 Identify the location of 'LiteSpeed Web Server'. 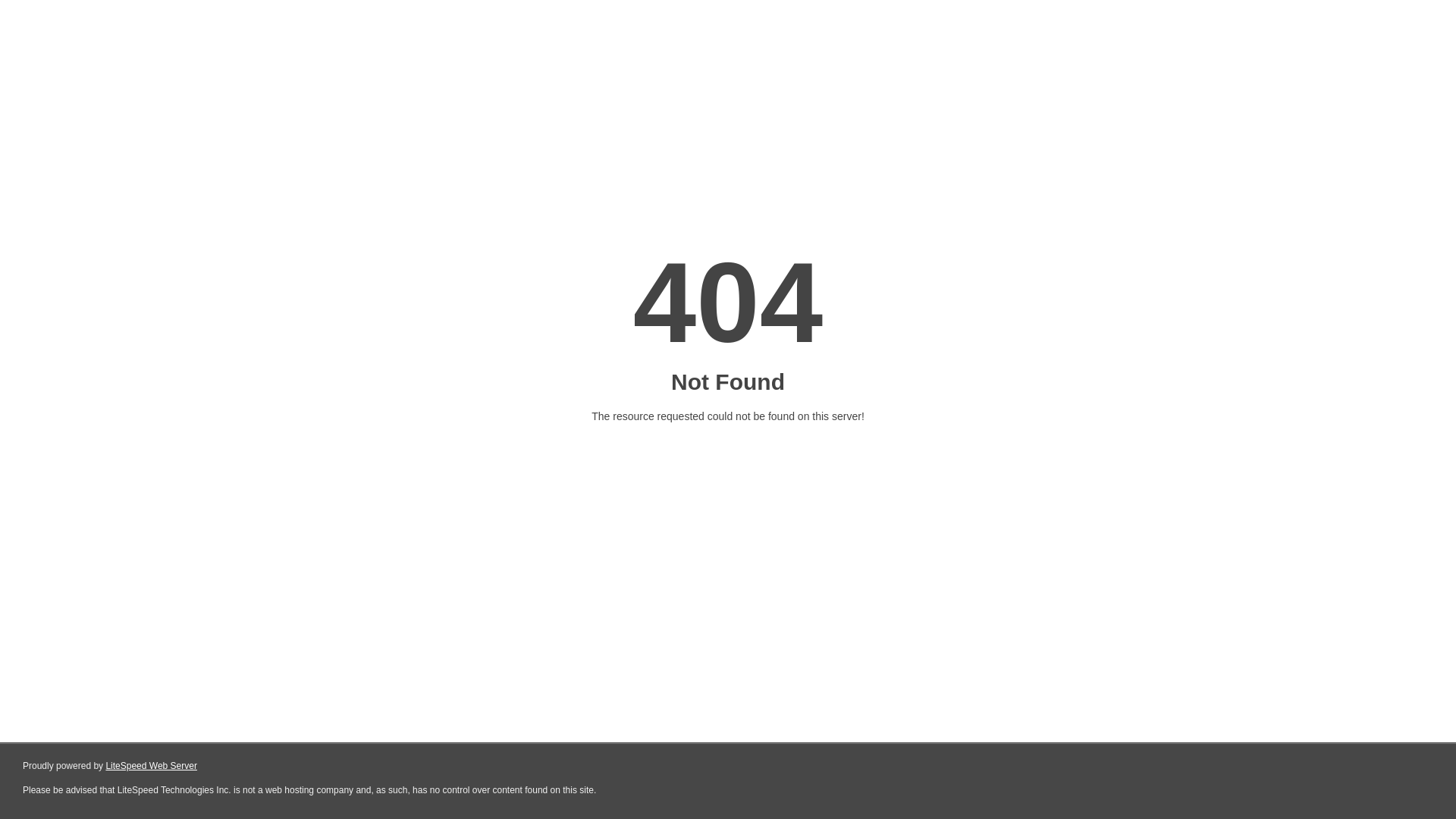
(151, 766).